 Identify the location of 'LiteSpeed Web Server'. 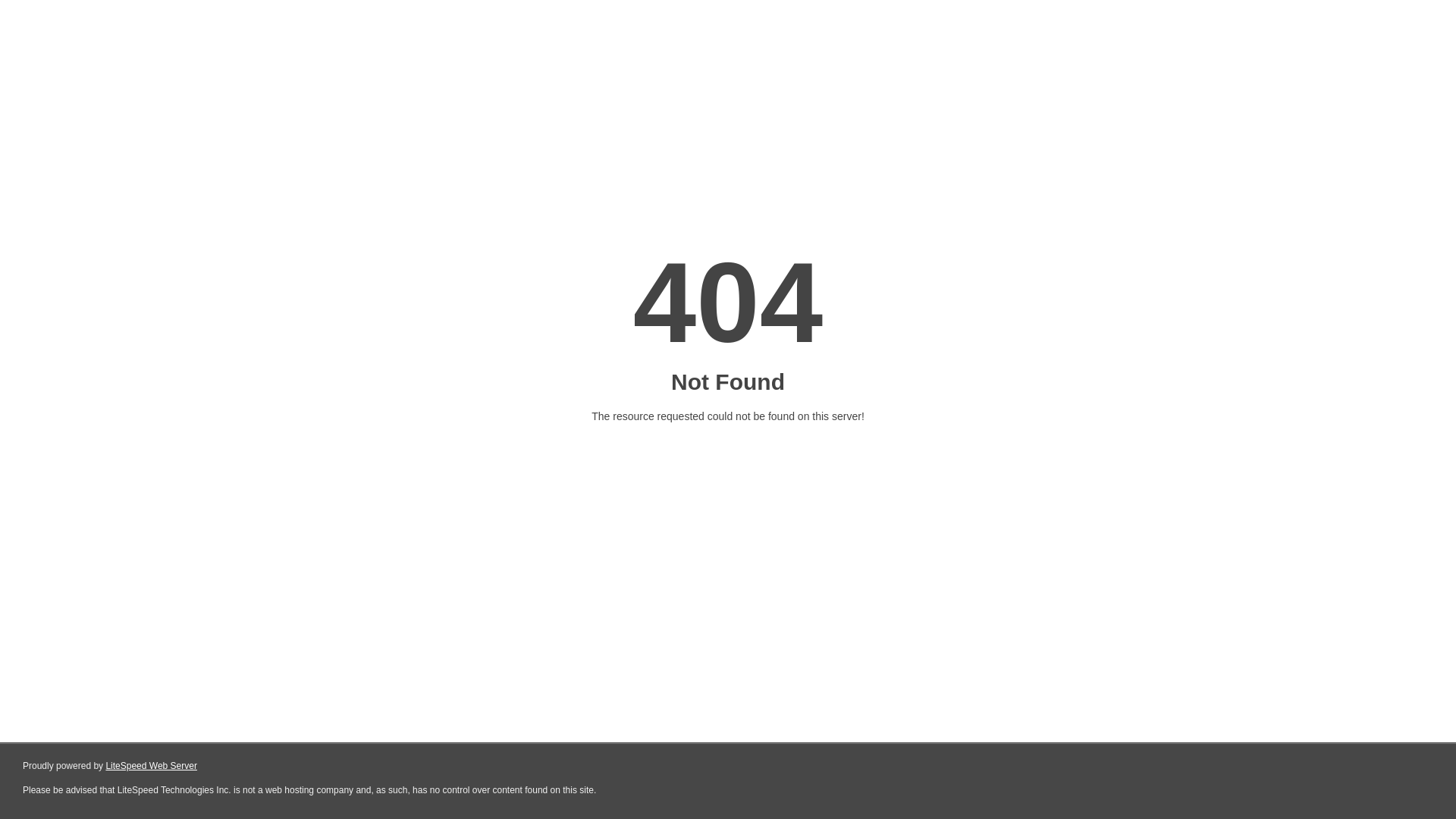
(151, 766).